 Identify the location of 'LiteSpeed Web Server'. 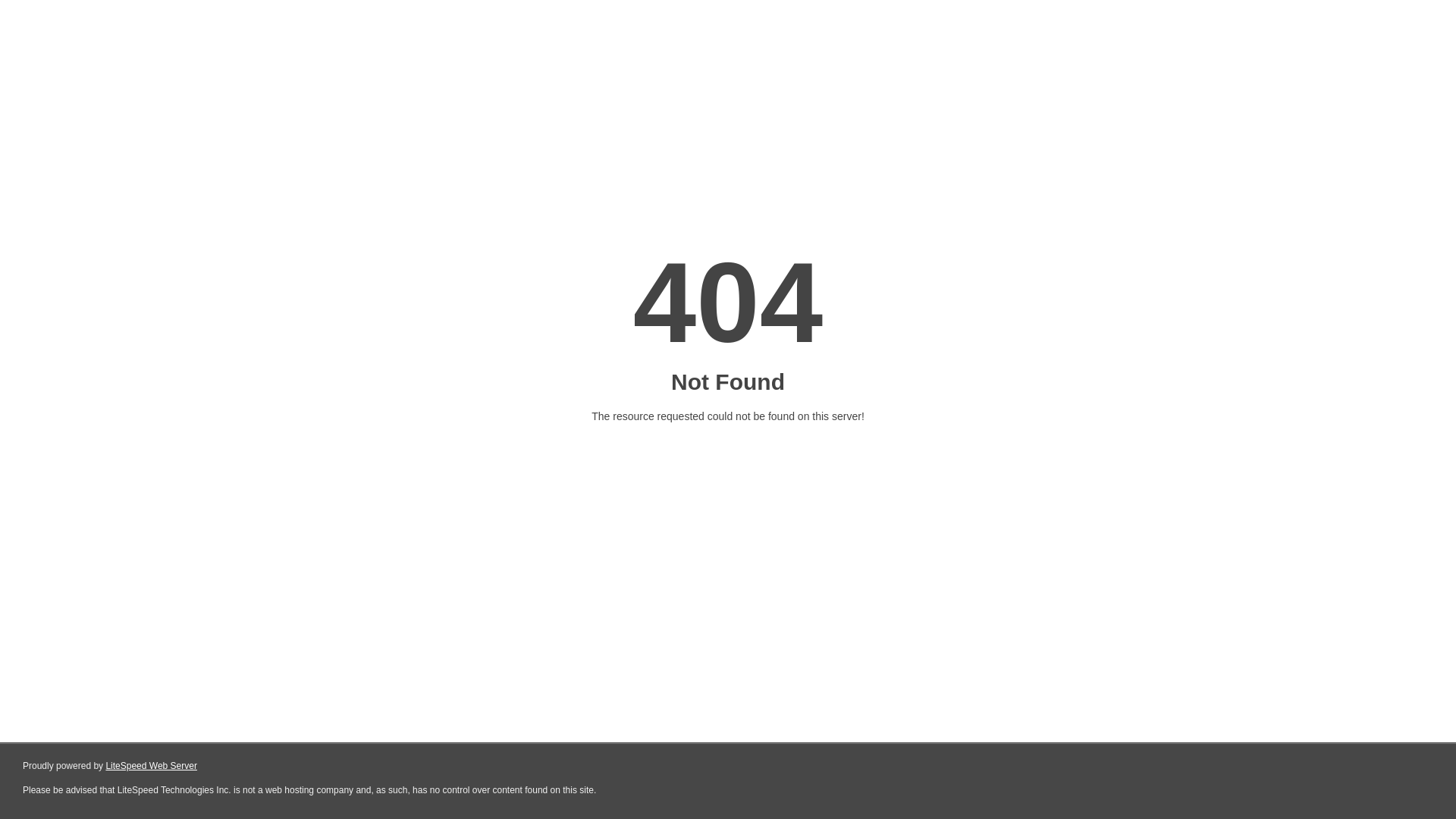
(151, 766).